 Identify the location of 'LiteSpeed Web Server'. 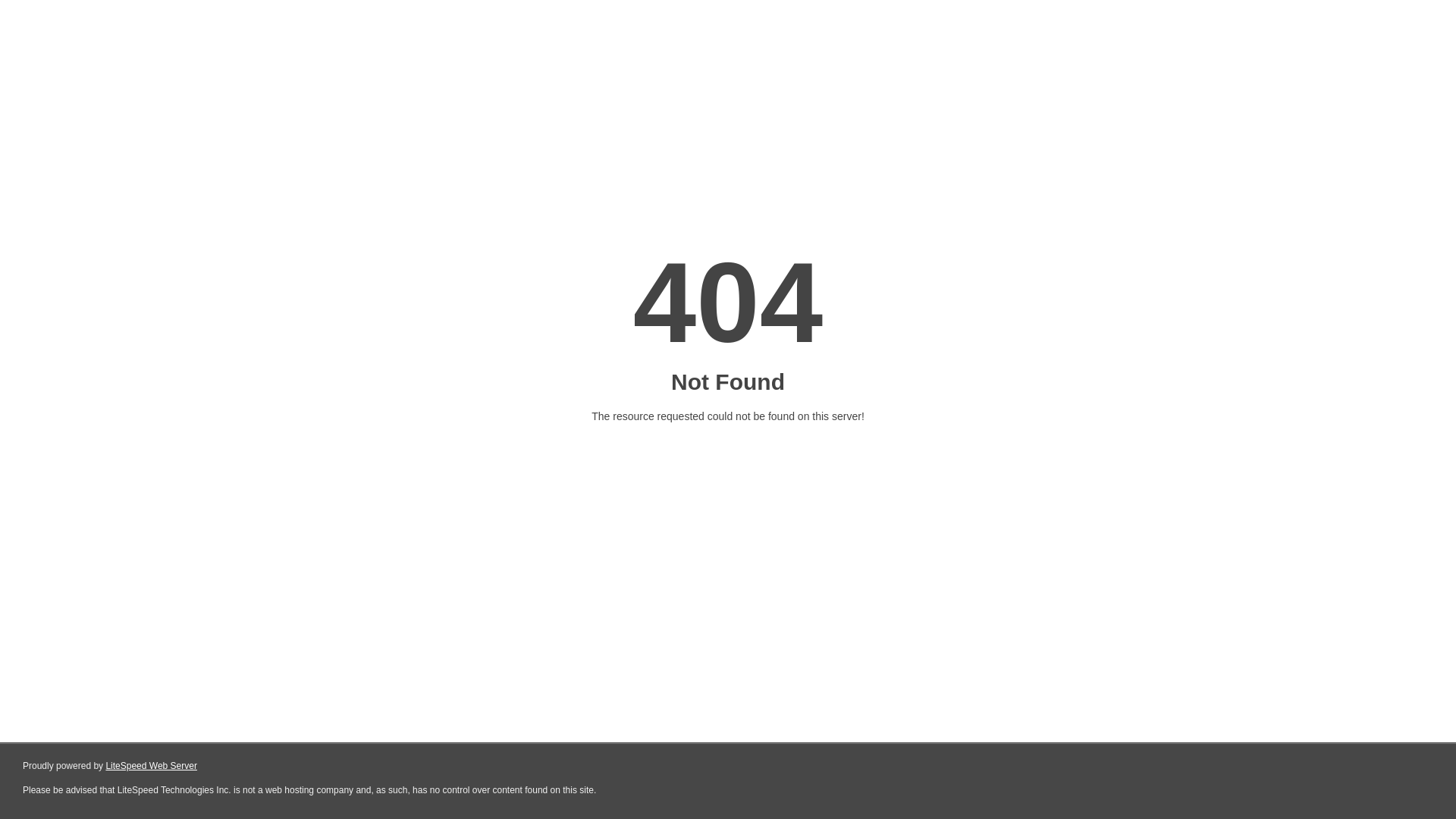
(151, 766).